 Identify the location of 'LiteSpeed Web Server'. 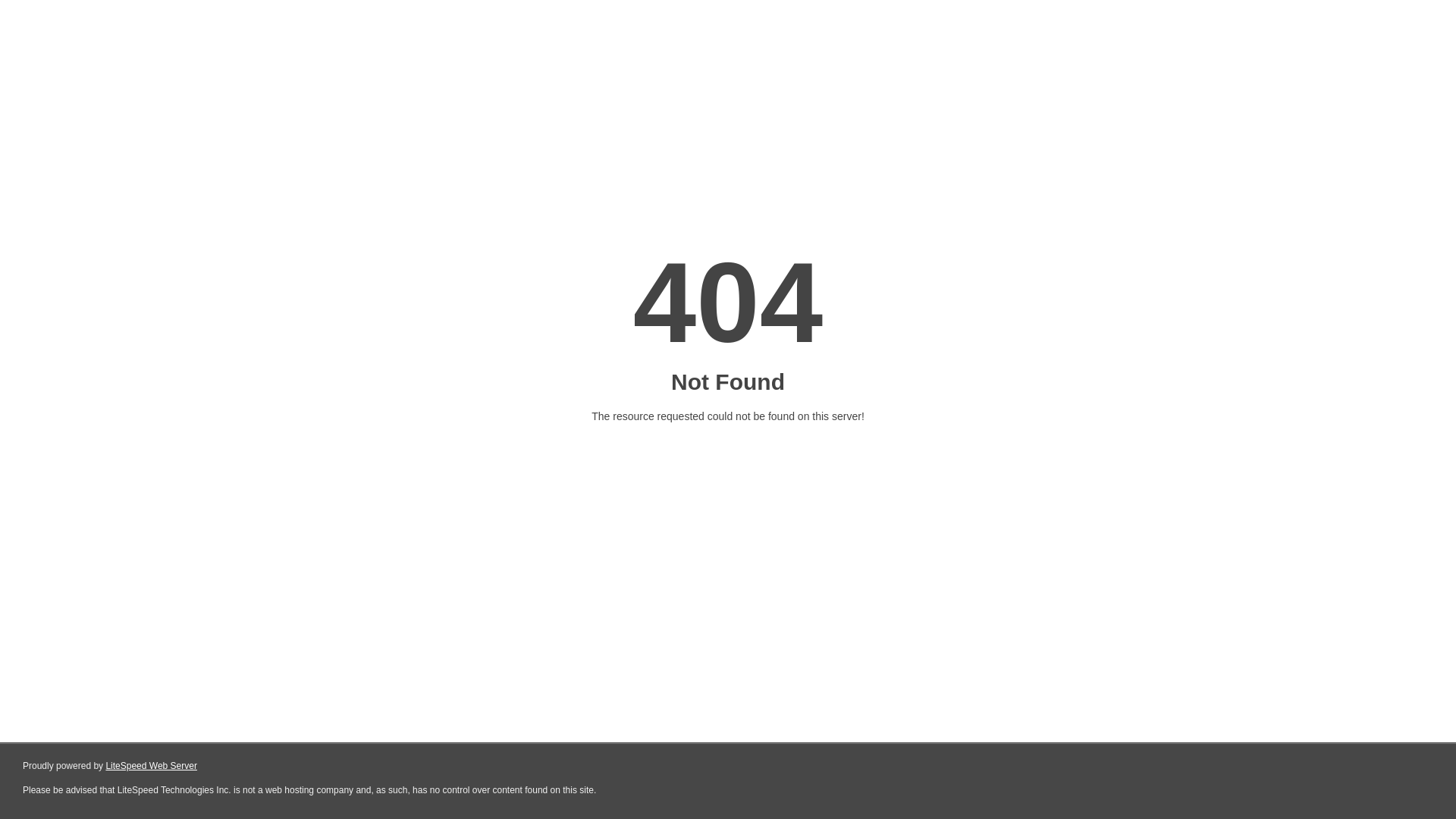
(151, 766).